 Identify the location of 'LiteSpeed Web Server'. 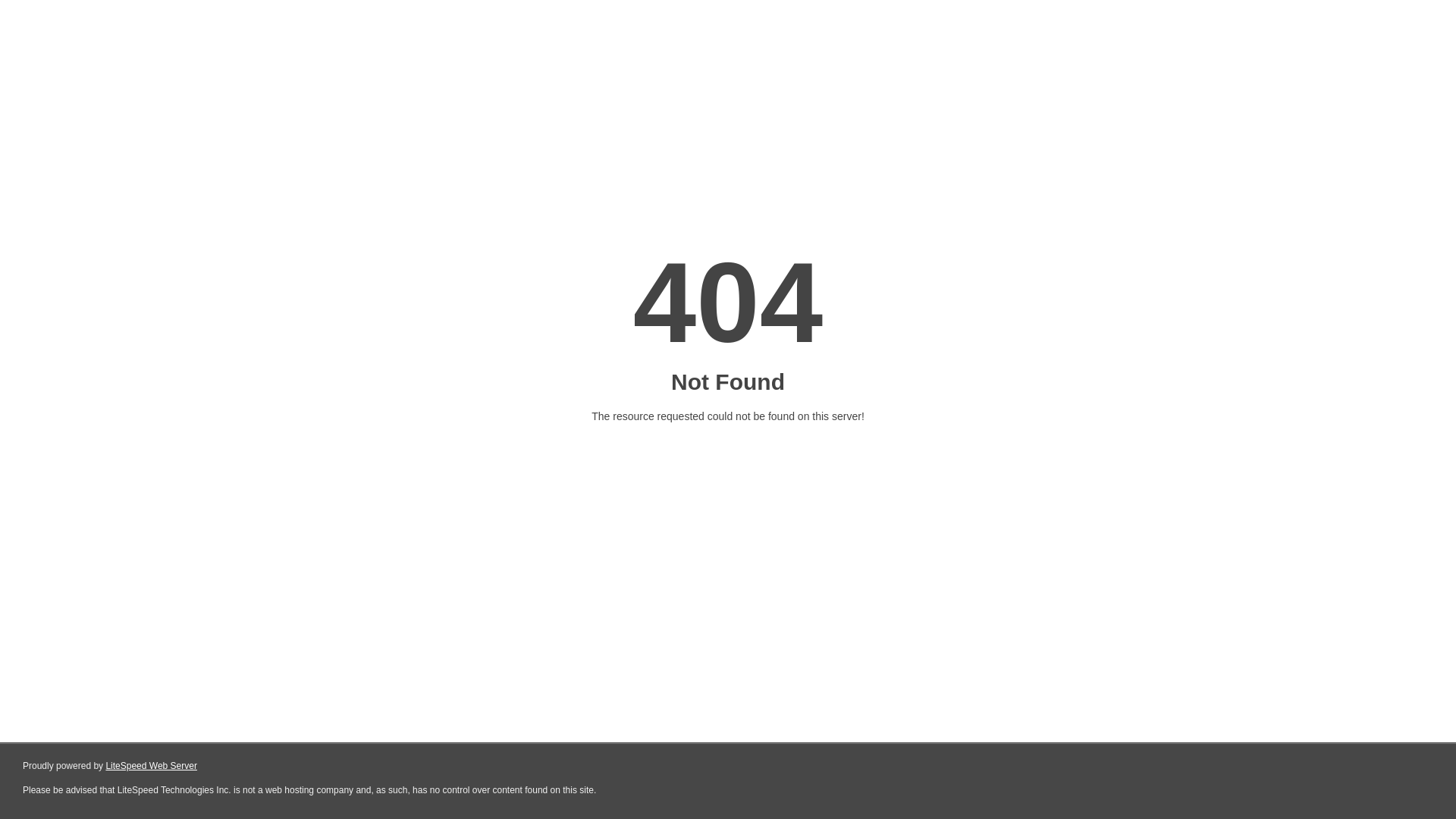
(151, 766).